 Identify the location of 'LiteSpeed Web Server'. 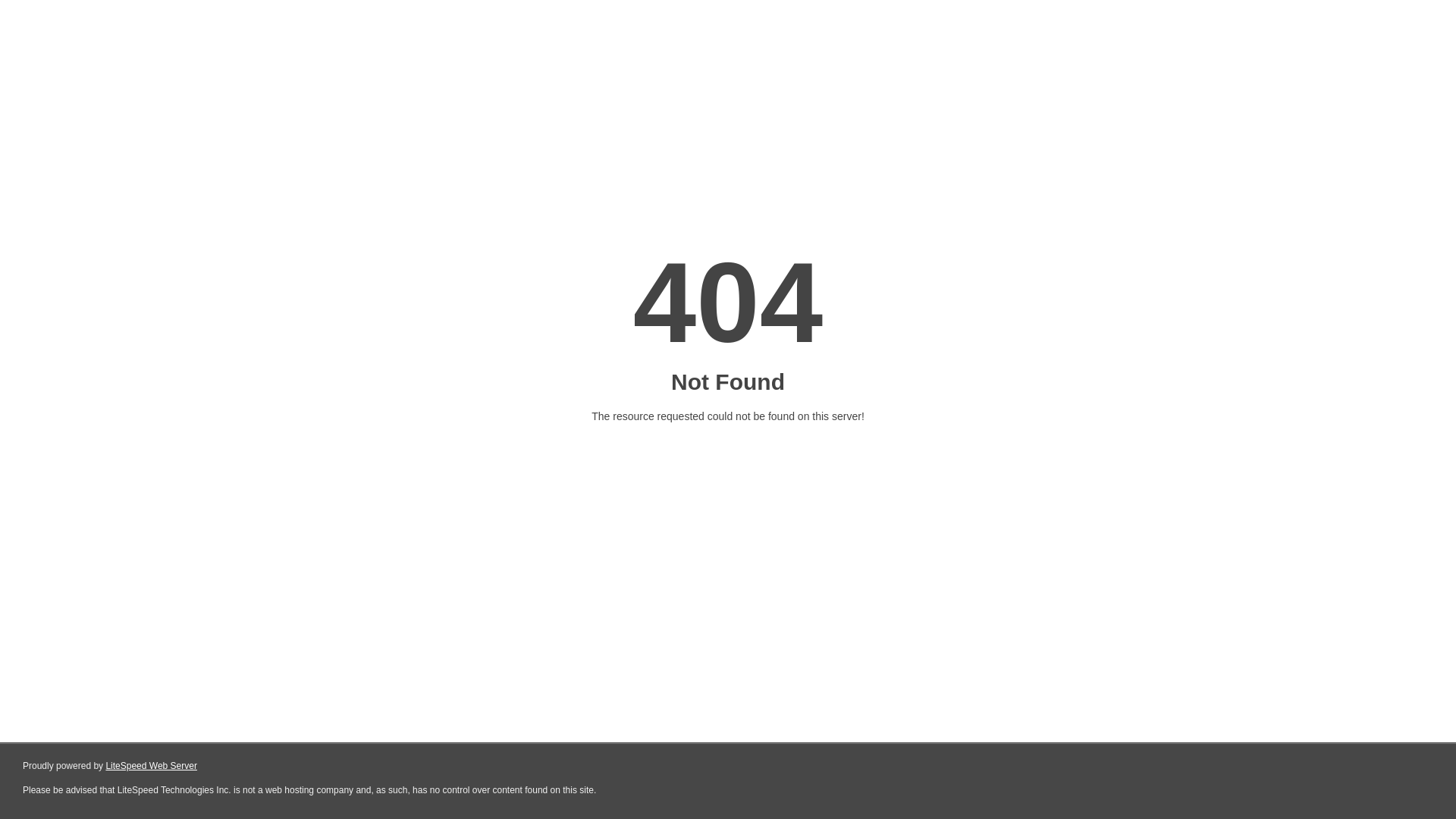
(151, 766).